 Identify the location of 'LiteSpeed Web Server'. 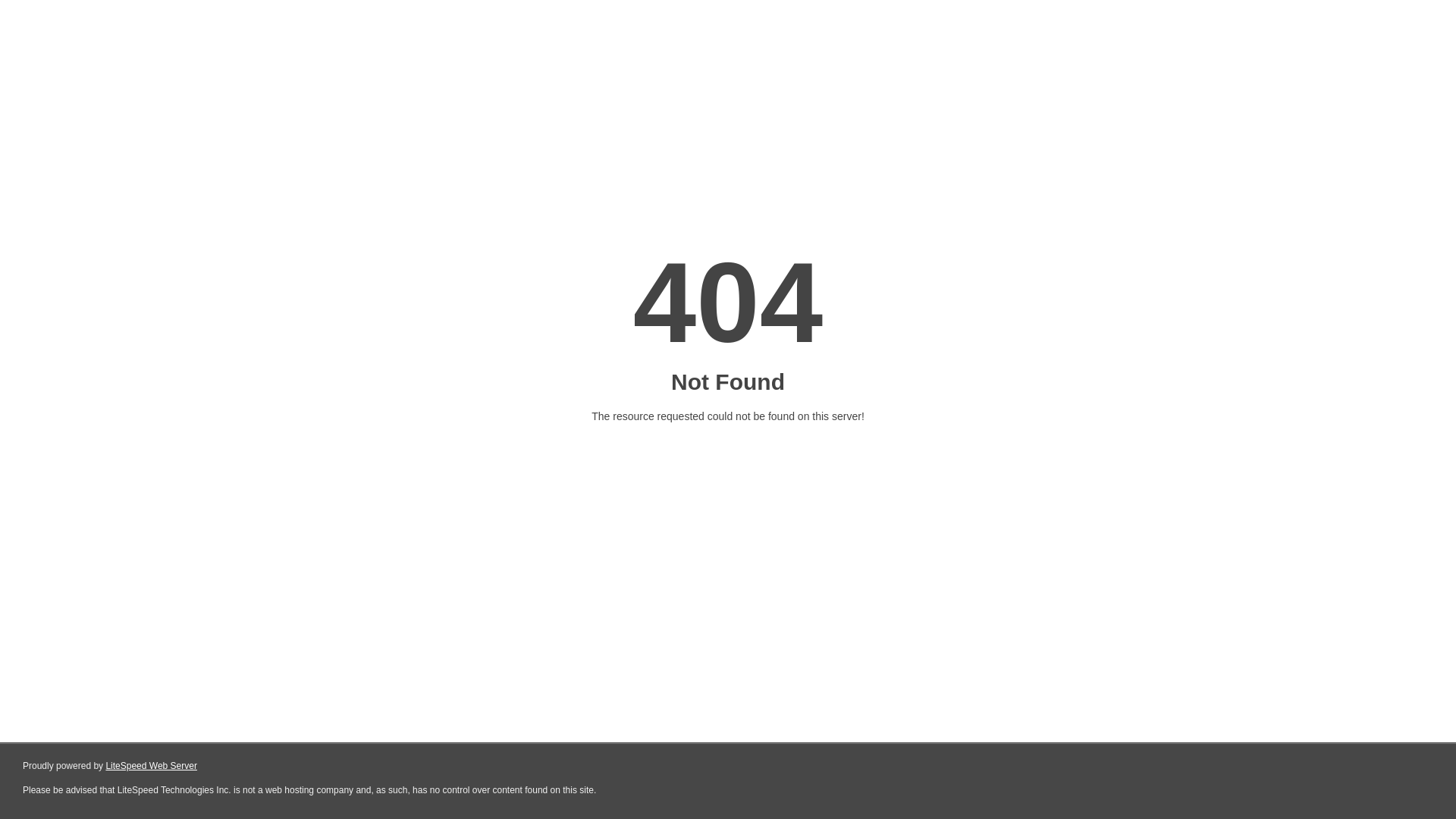
(151, 766).